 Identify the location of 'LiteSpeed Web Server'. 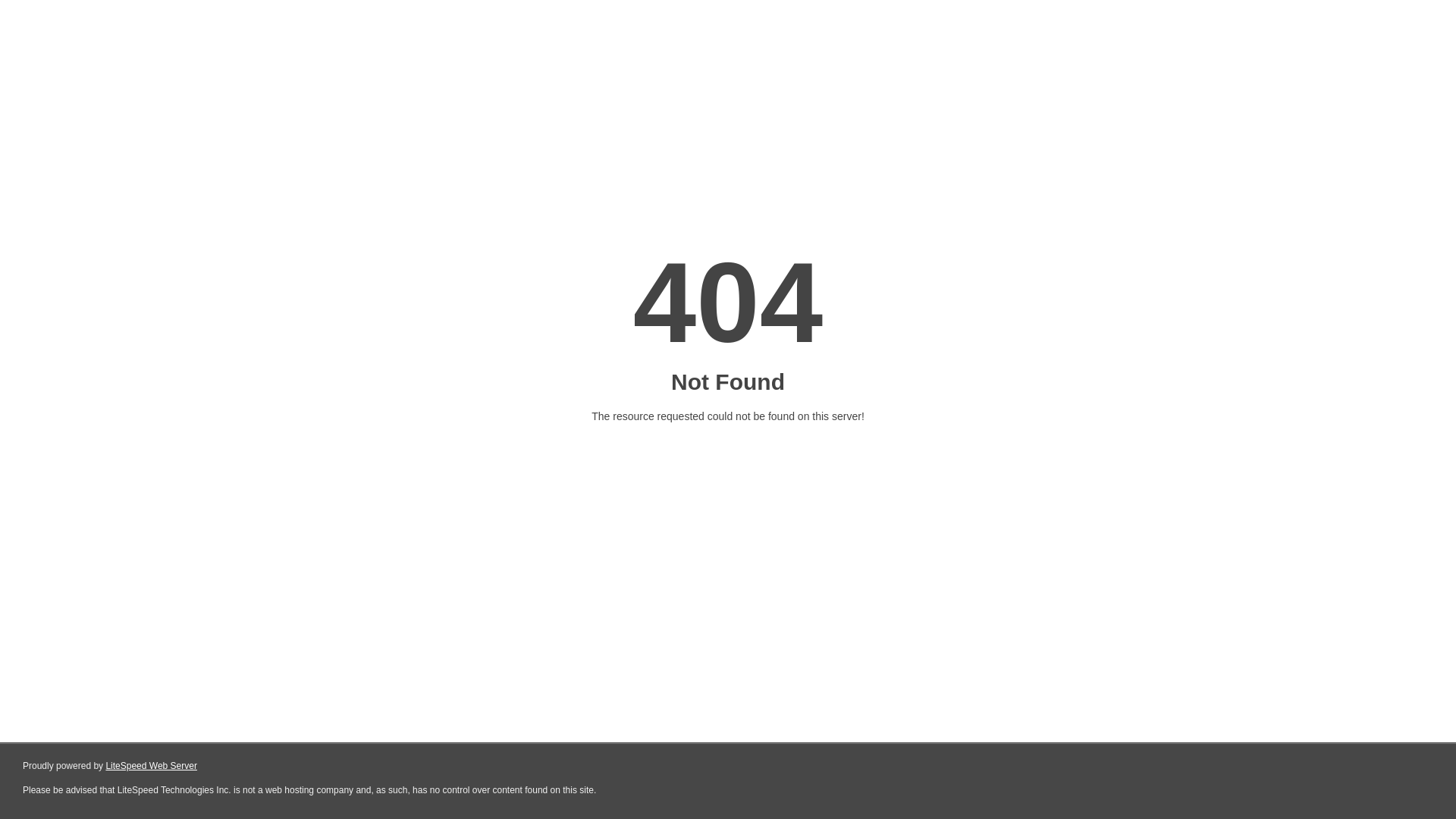
(151, 766).